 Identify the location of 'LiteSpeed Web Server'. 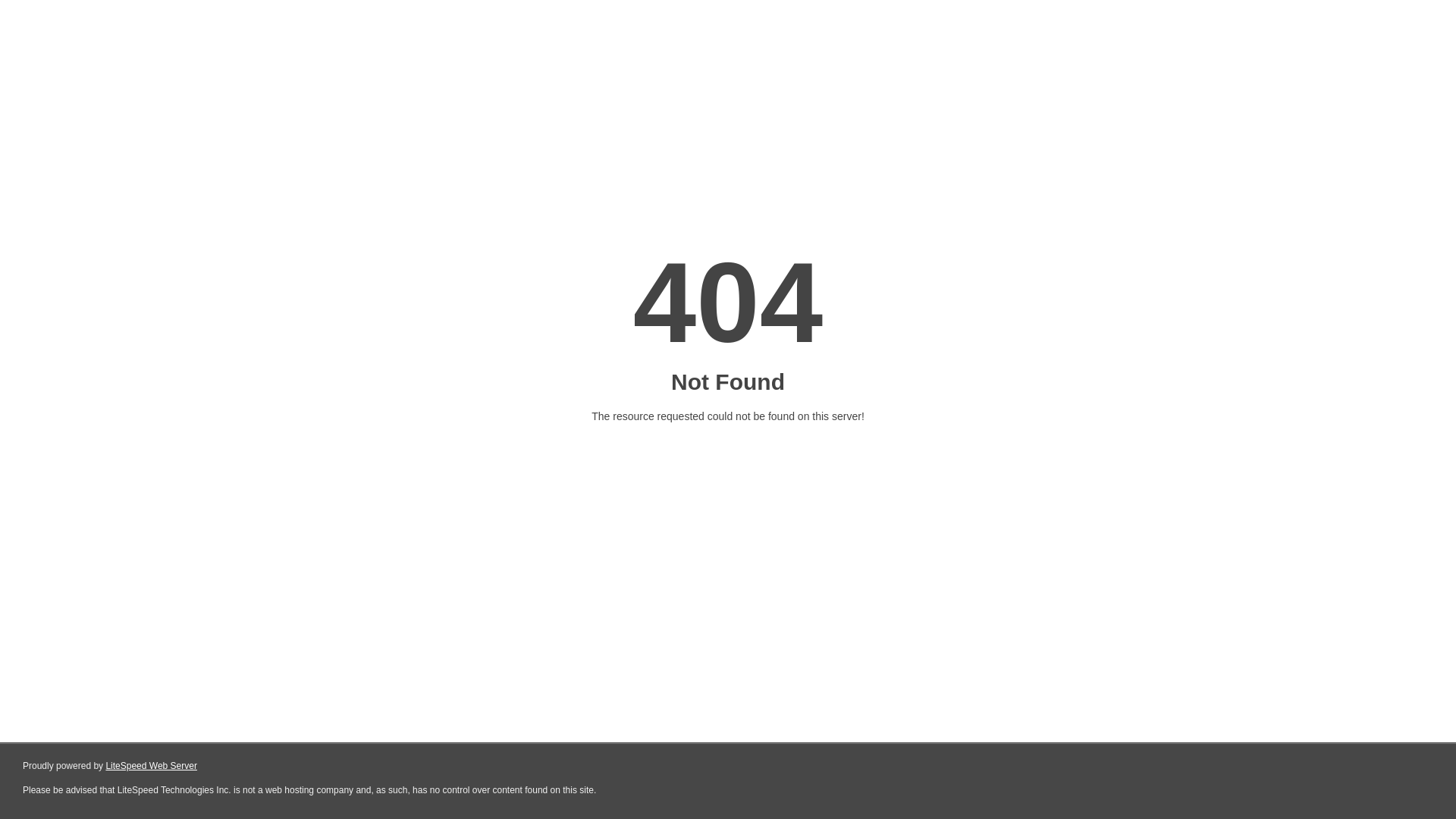
(151, 766).